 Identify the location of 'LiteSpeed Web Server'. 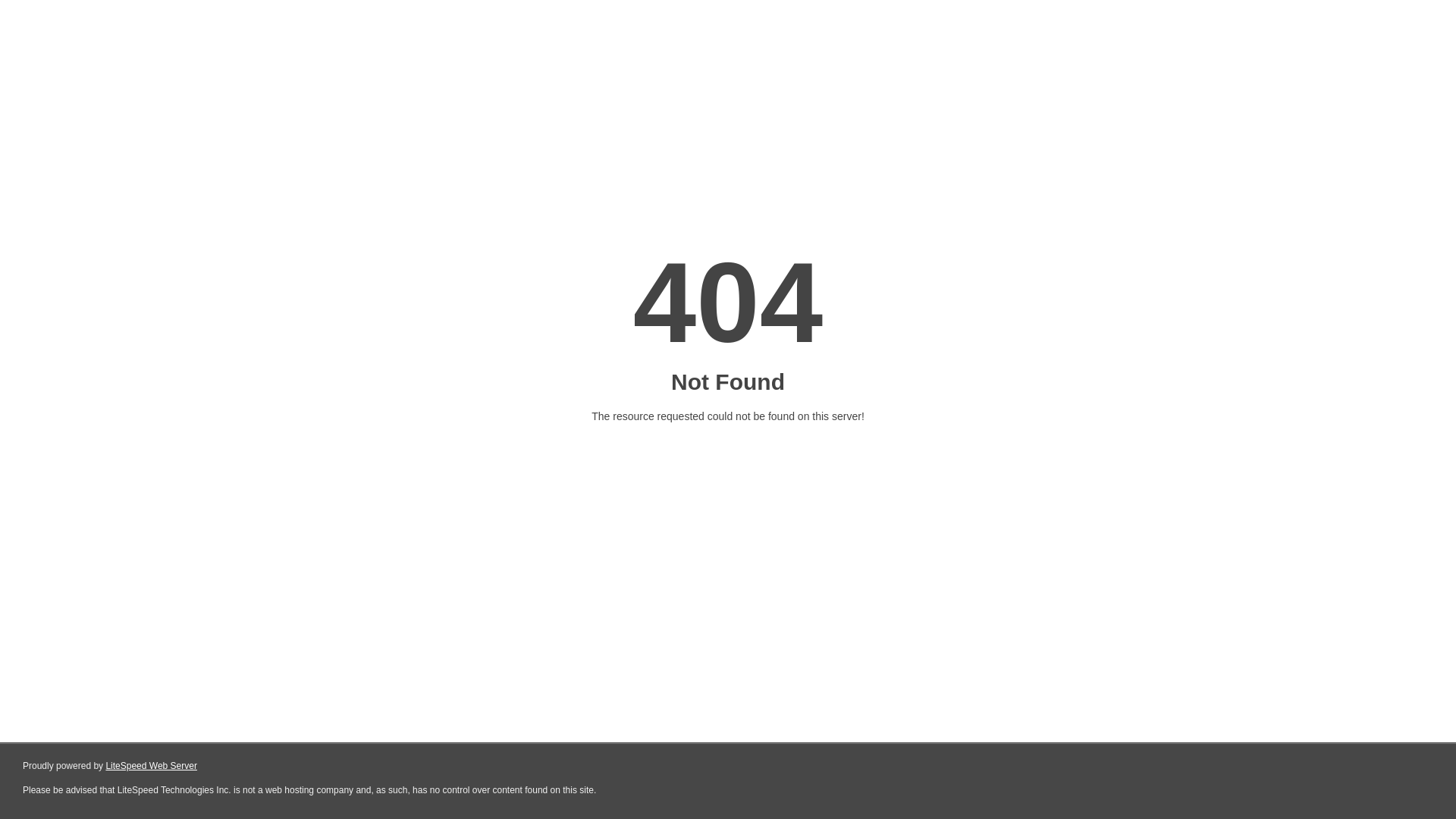
(151, 766).